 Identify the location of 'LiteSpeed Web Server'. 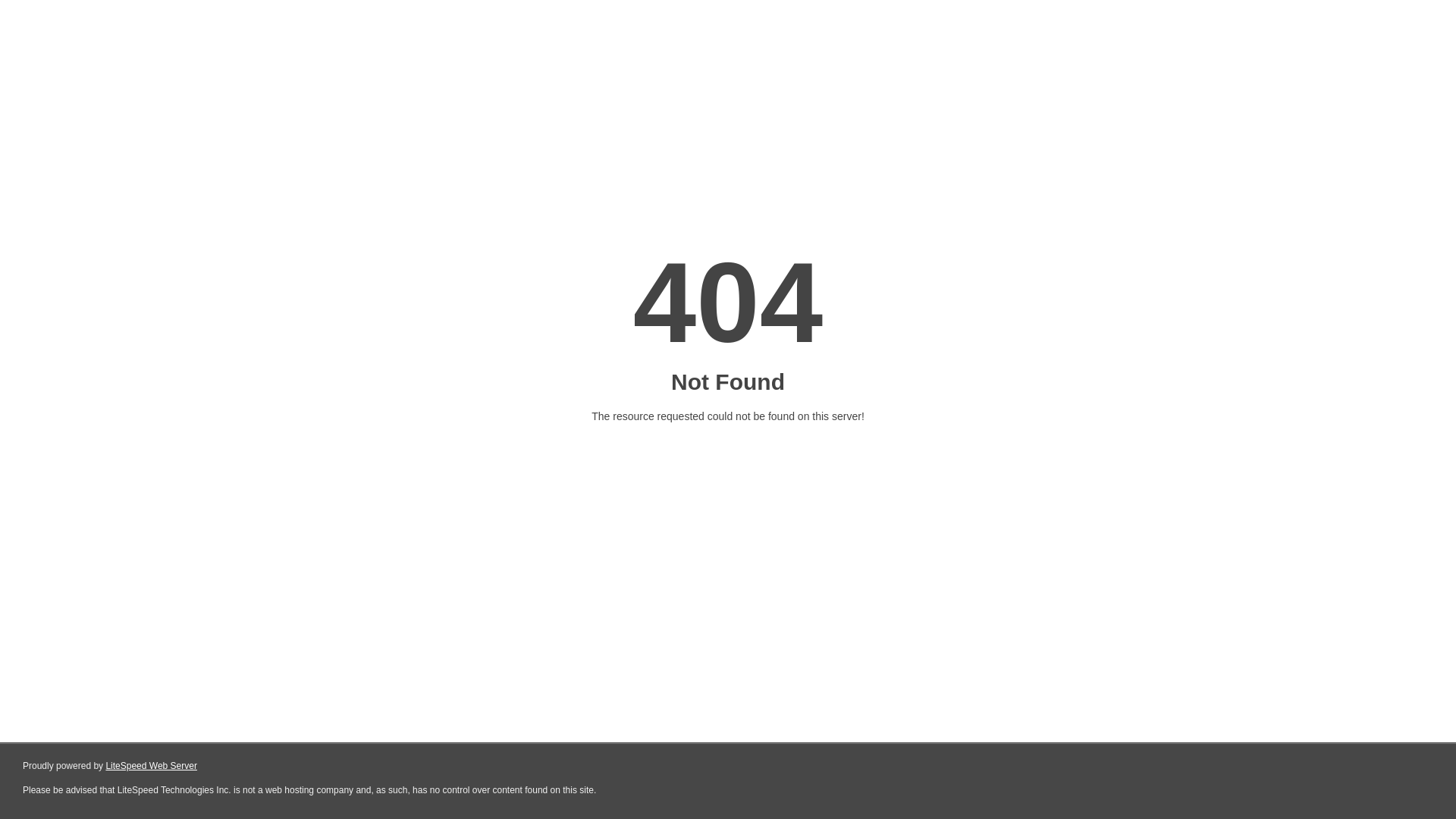
(151, 766).